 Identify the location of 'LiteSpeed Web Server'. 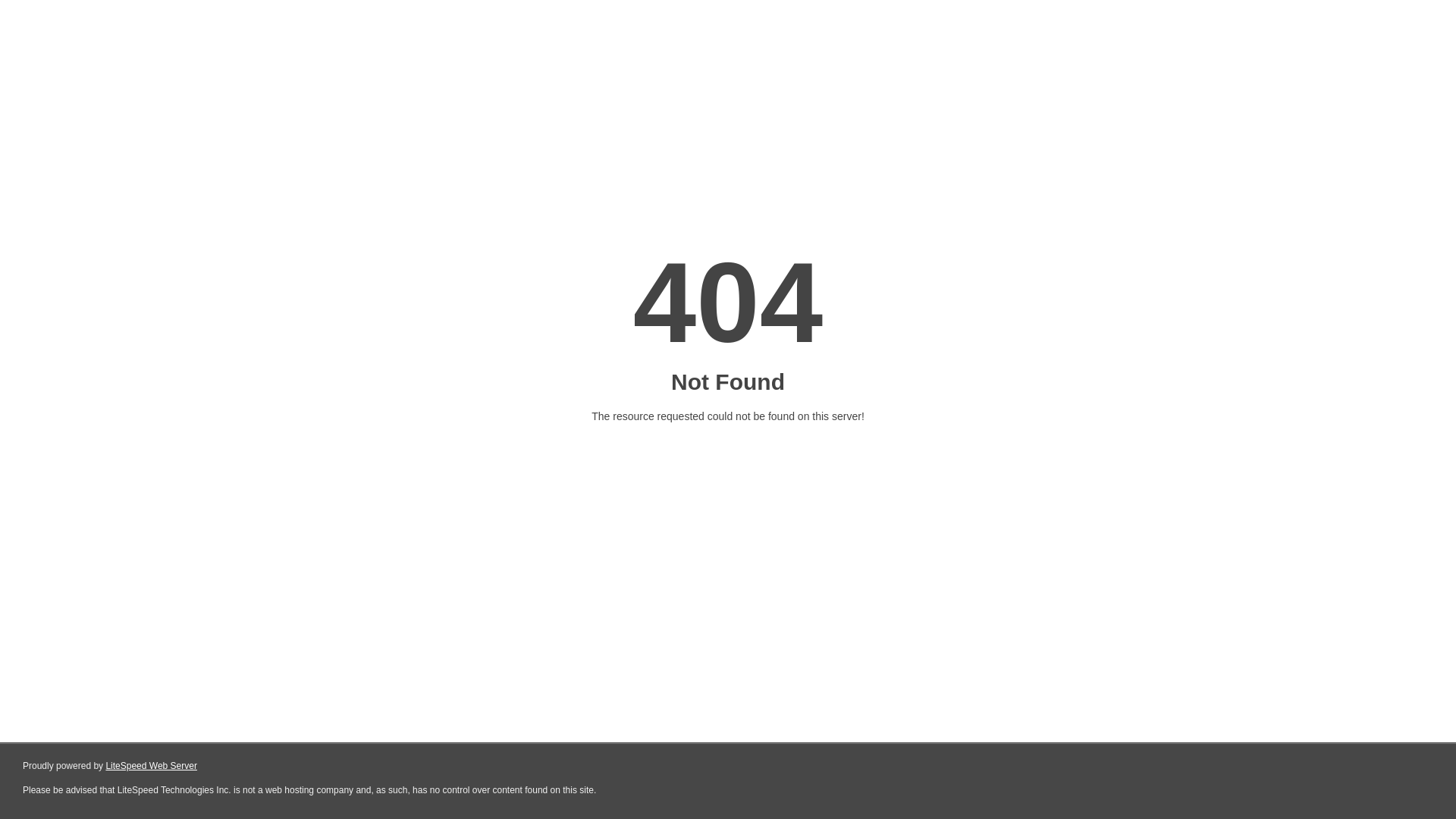
(151, 766).